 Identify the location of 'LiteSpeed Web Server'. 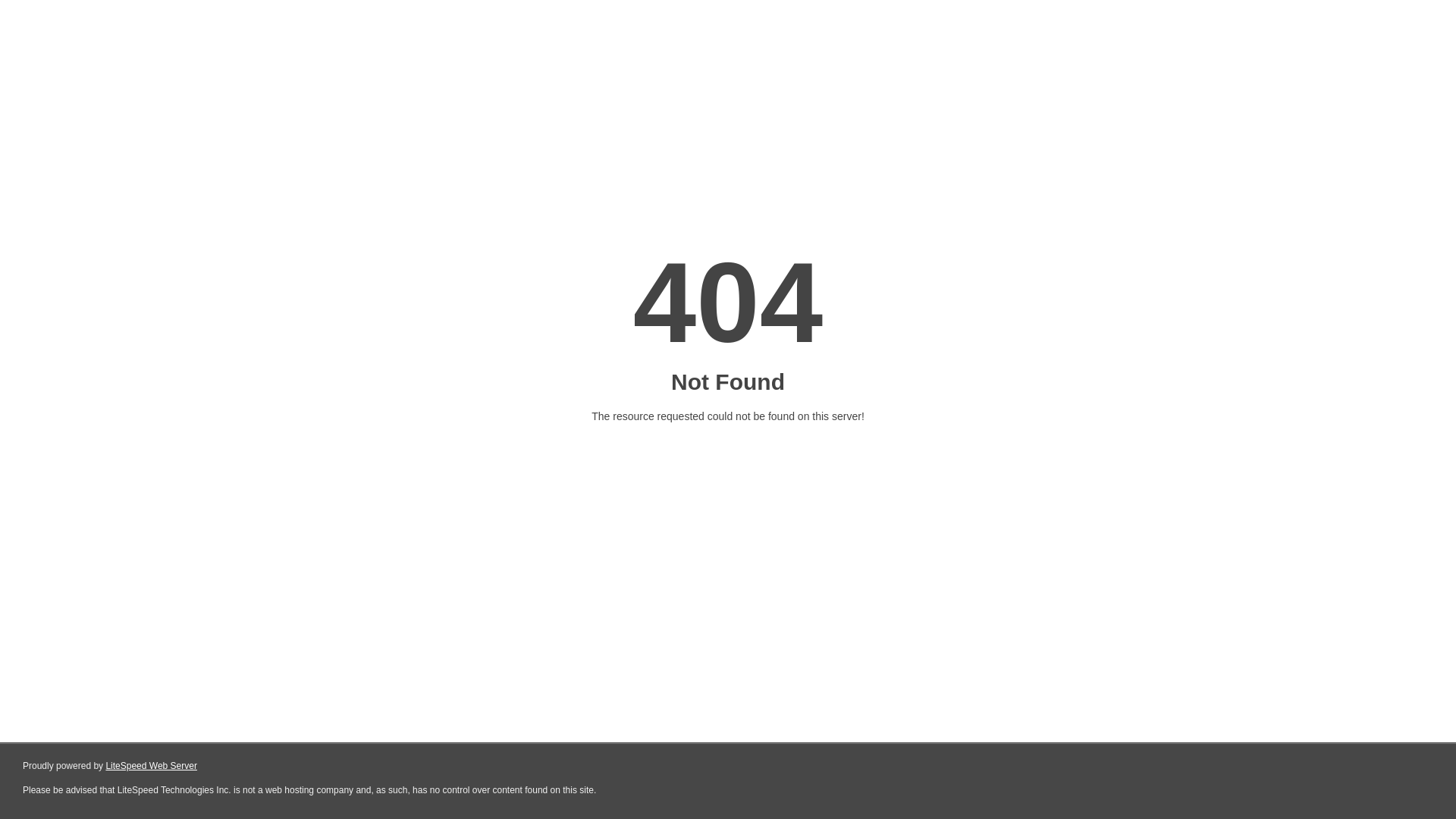
(151, 766).